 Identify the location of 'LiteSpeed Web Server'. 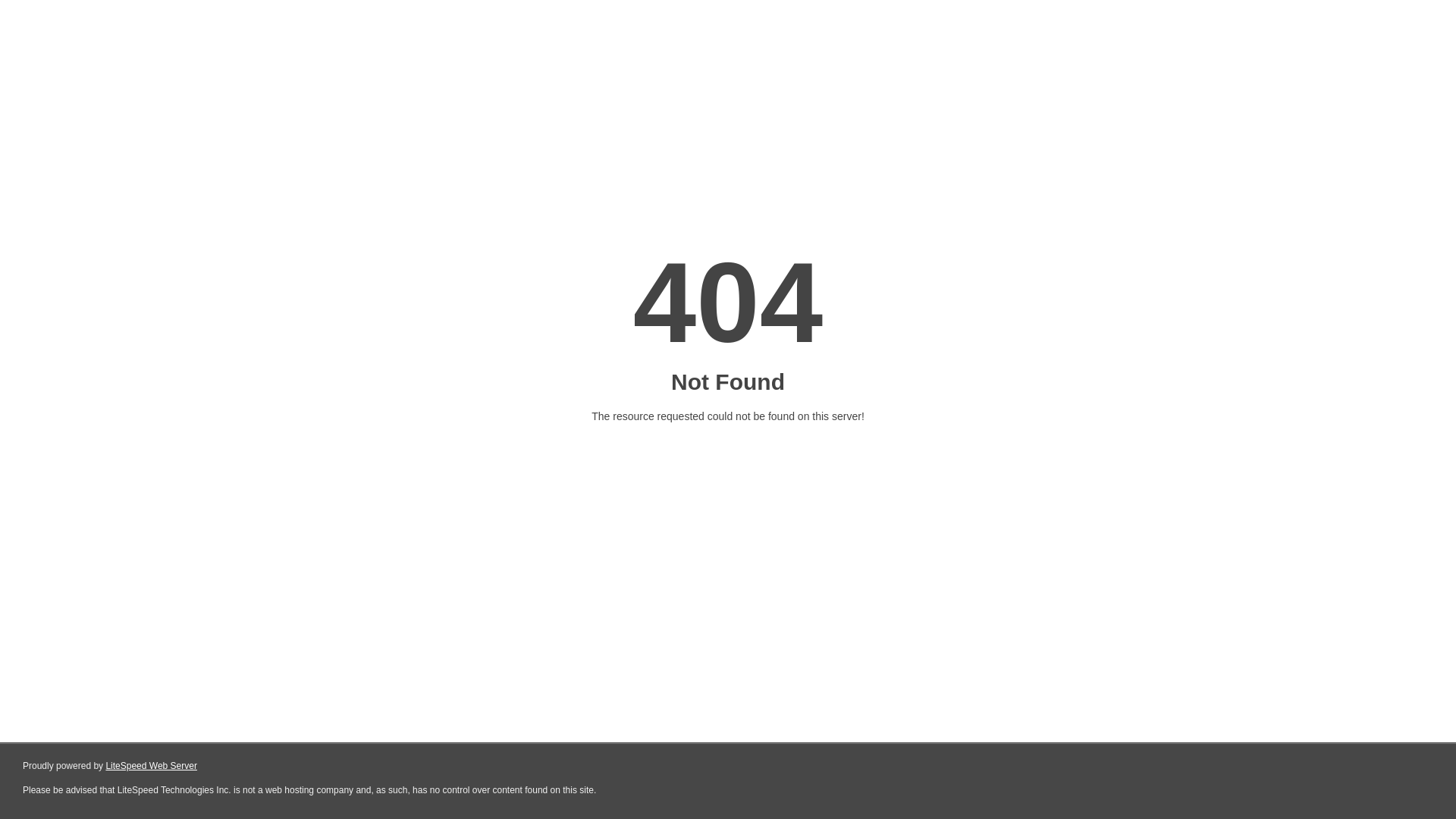
(151, 766).